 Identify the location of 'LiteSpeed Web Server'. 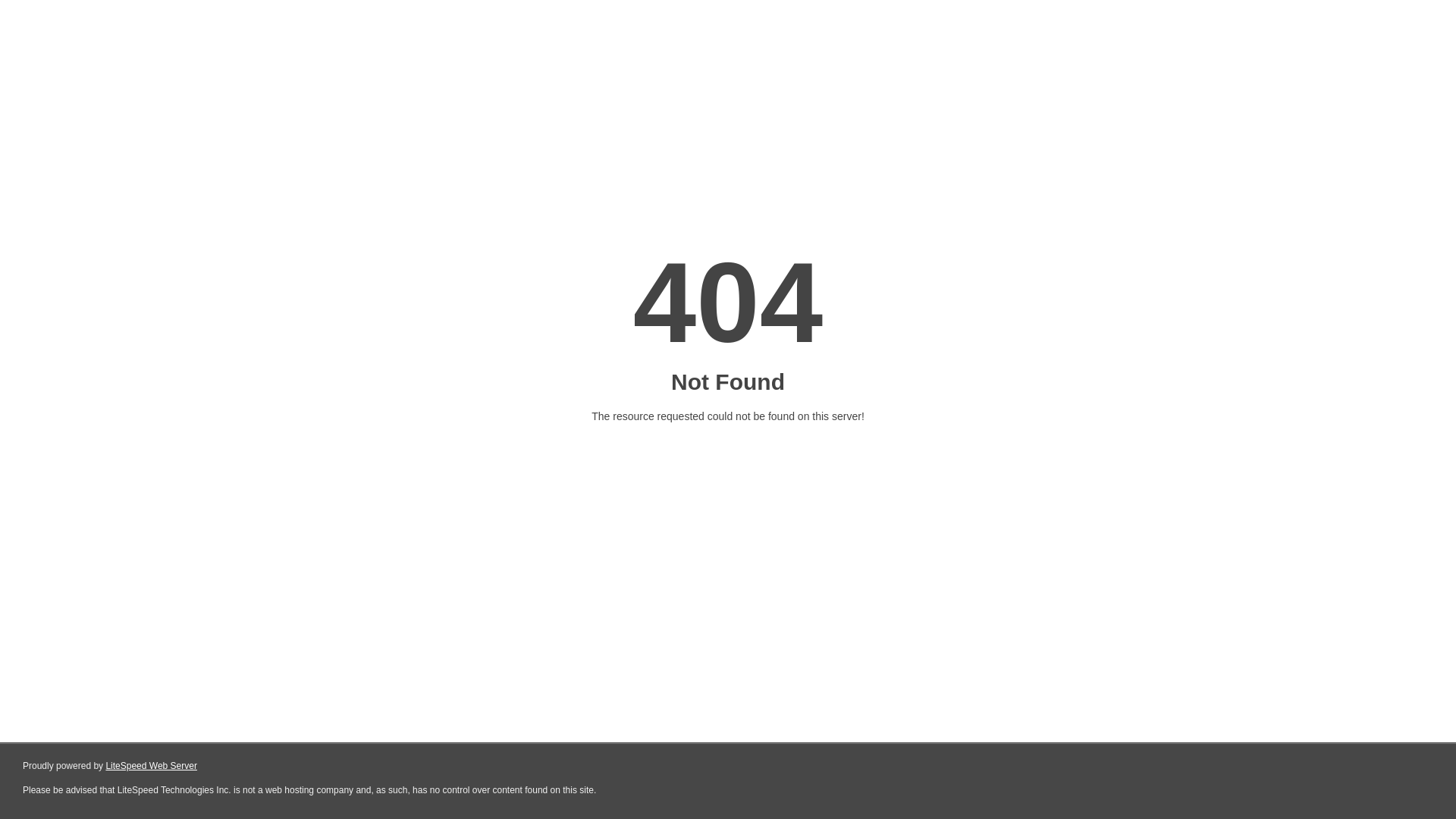
(151, 766).